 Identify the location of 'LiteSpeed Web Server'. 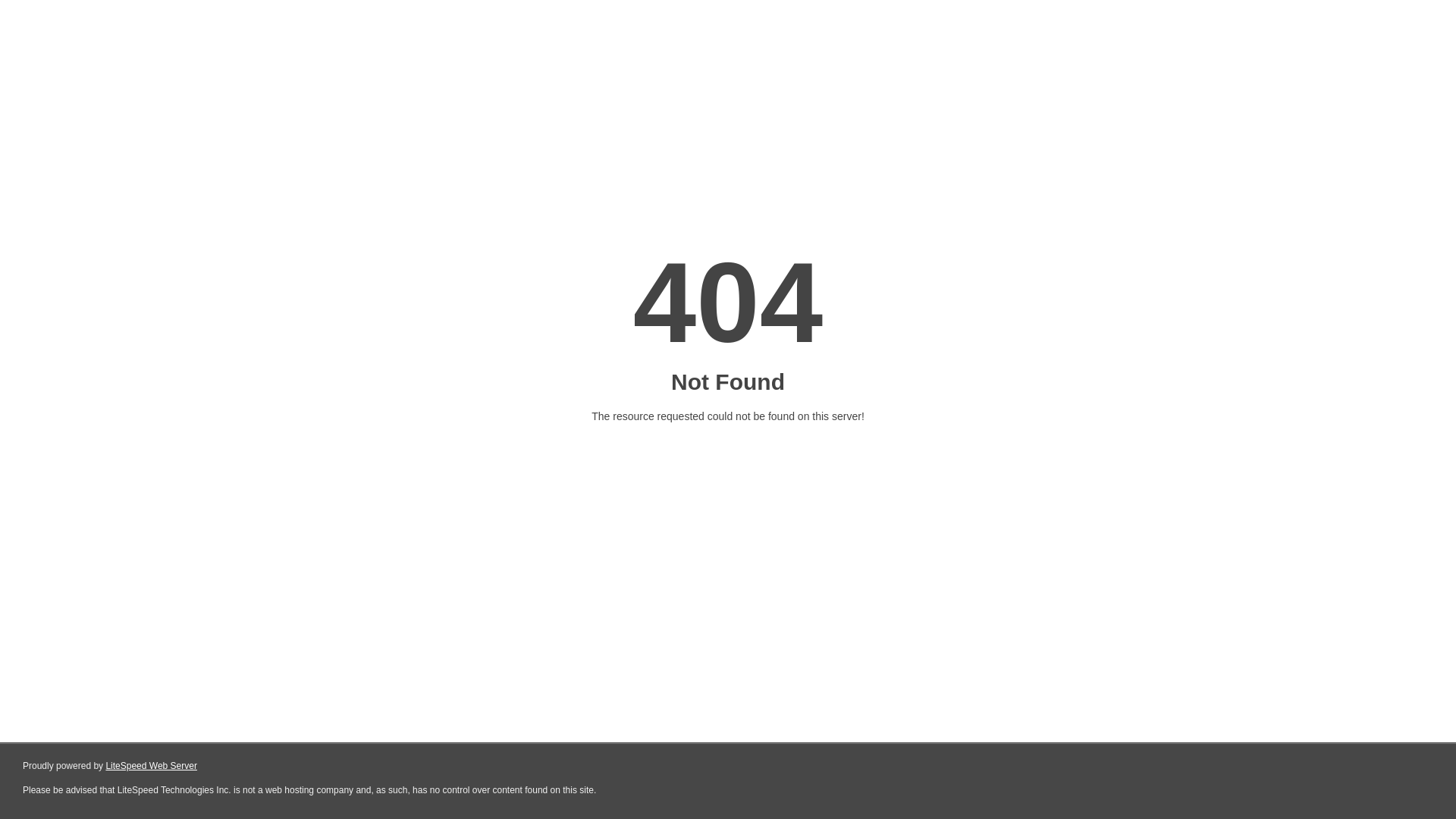
(151, 766).